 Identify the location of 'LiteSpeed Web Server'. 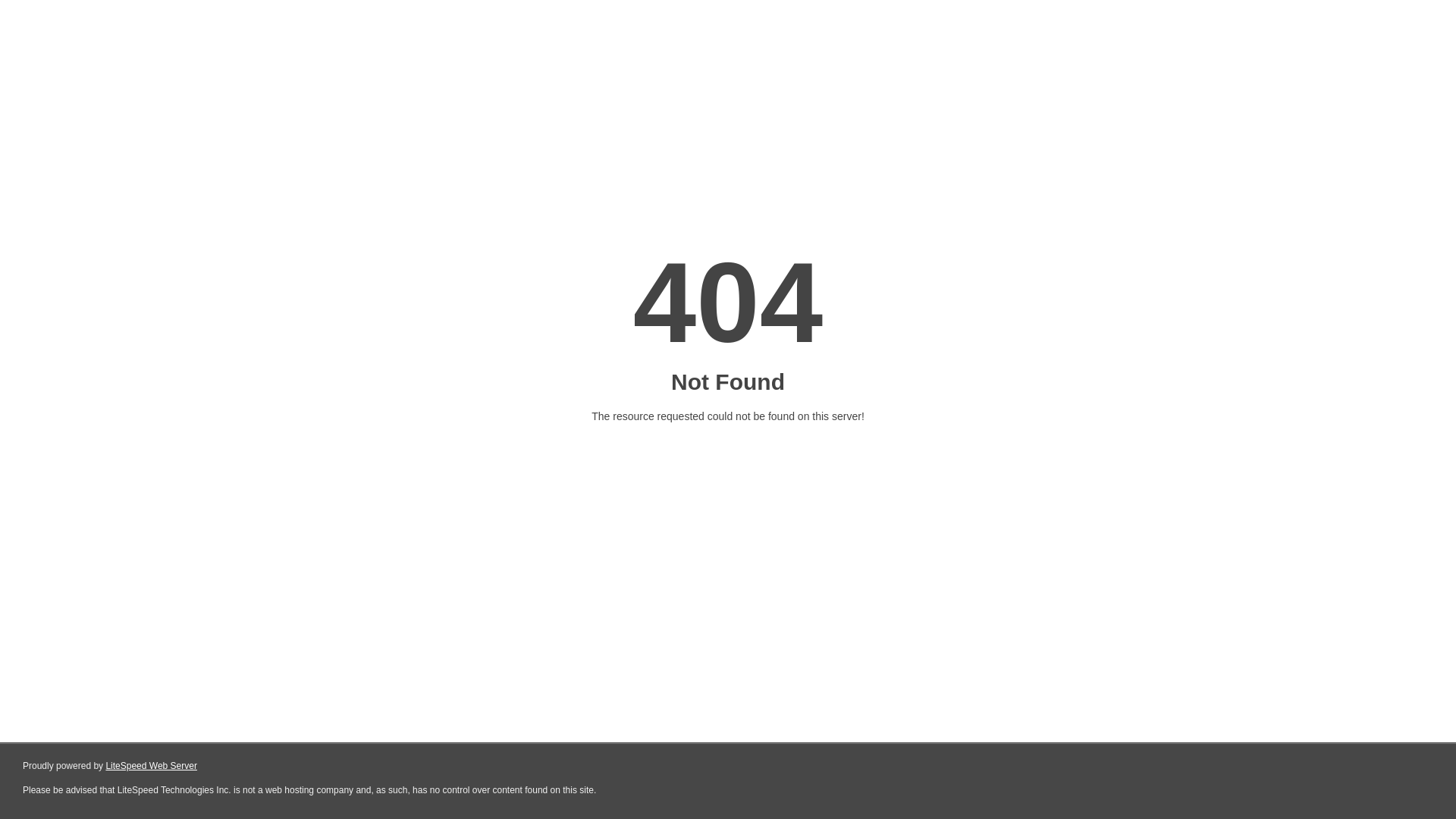
(151, 766).